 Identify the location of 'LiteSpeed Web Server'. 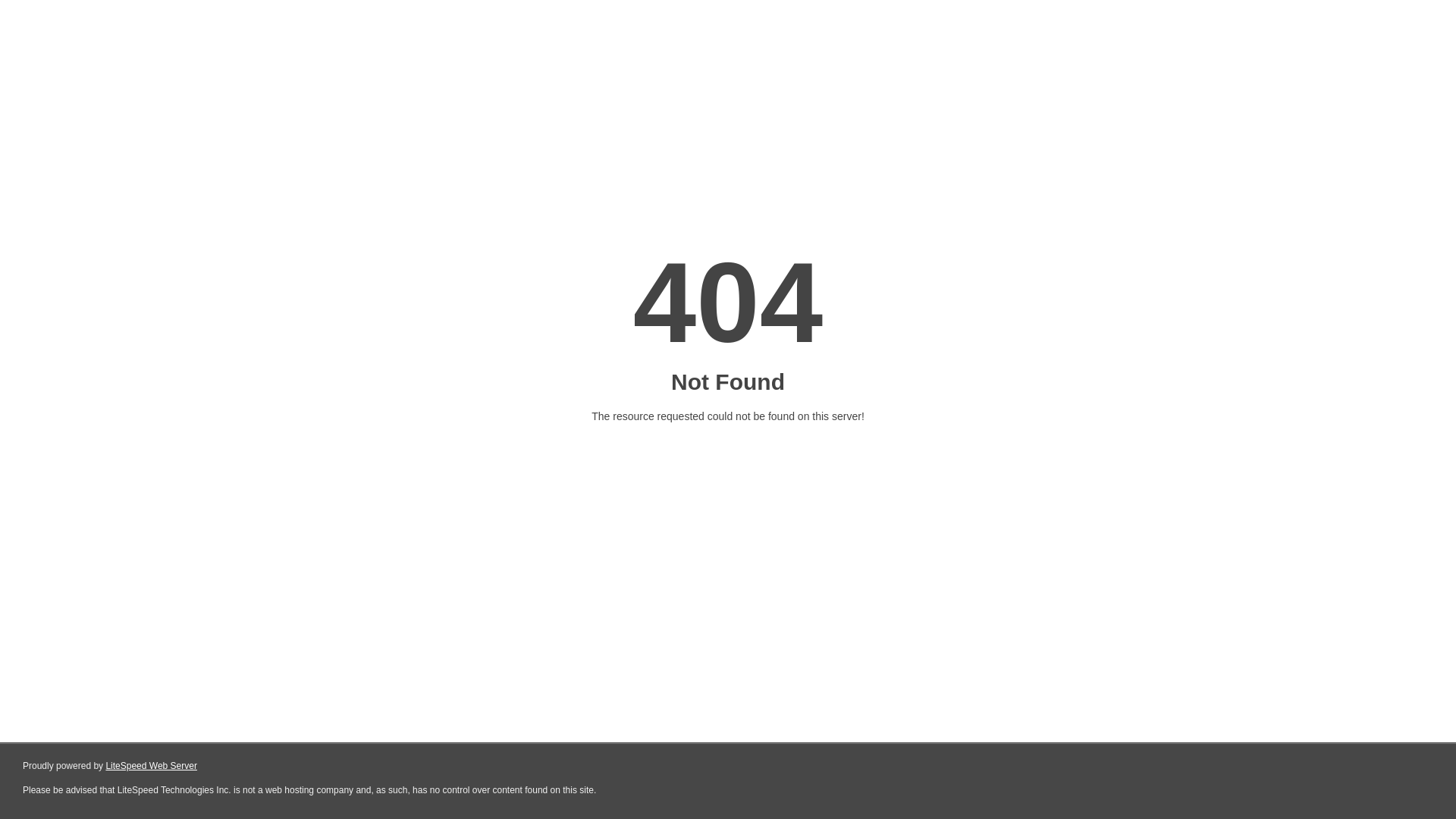
(151, 766).